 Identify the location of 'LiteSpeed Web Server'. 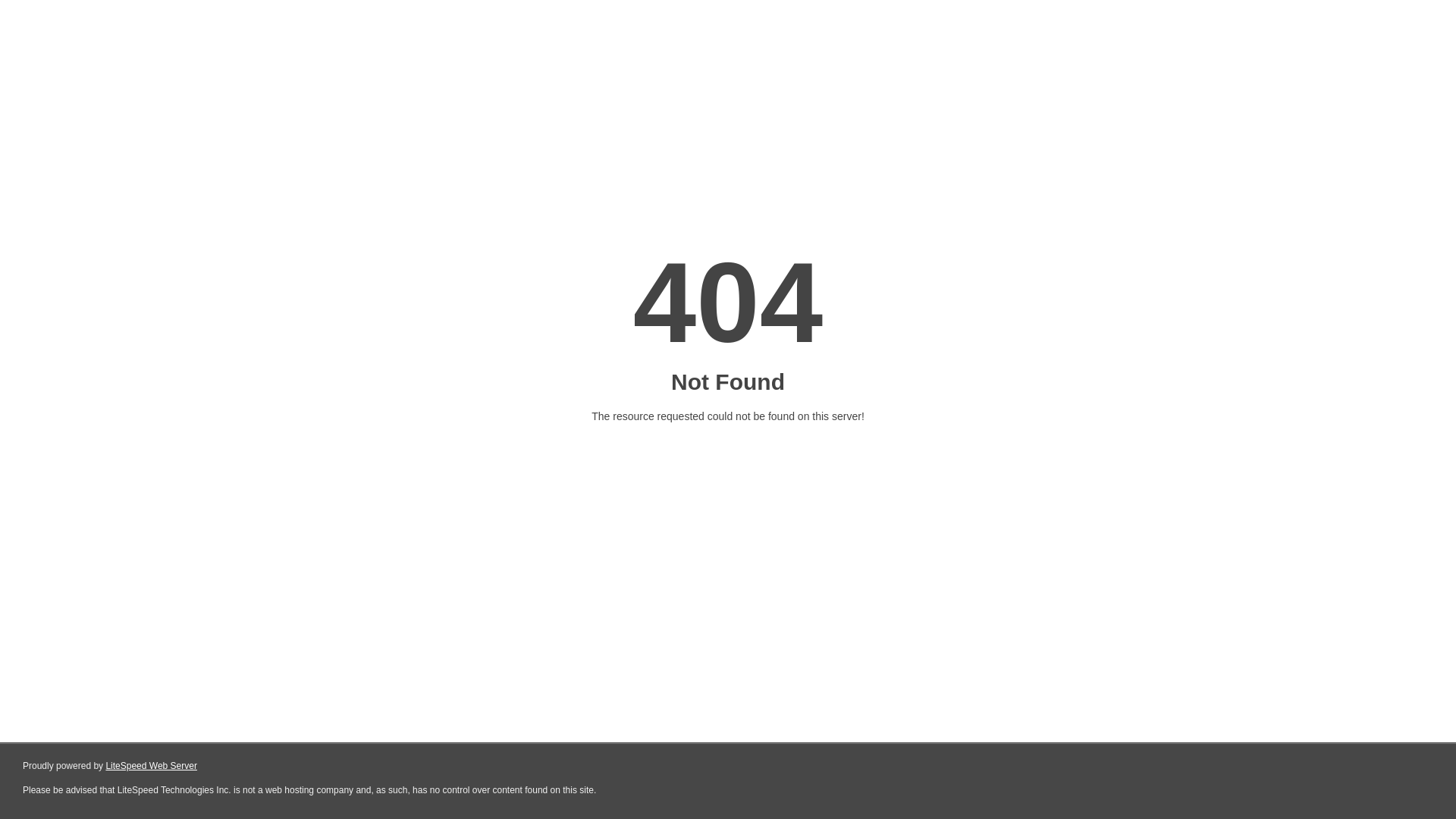
(151, 766).